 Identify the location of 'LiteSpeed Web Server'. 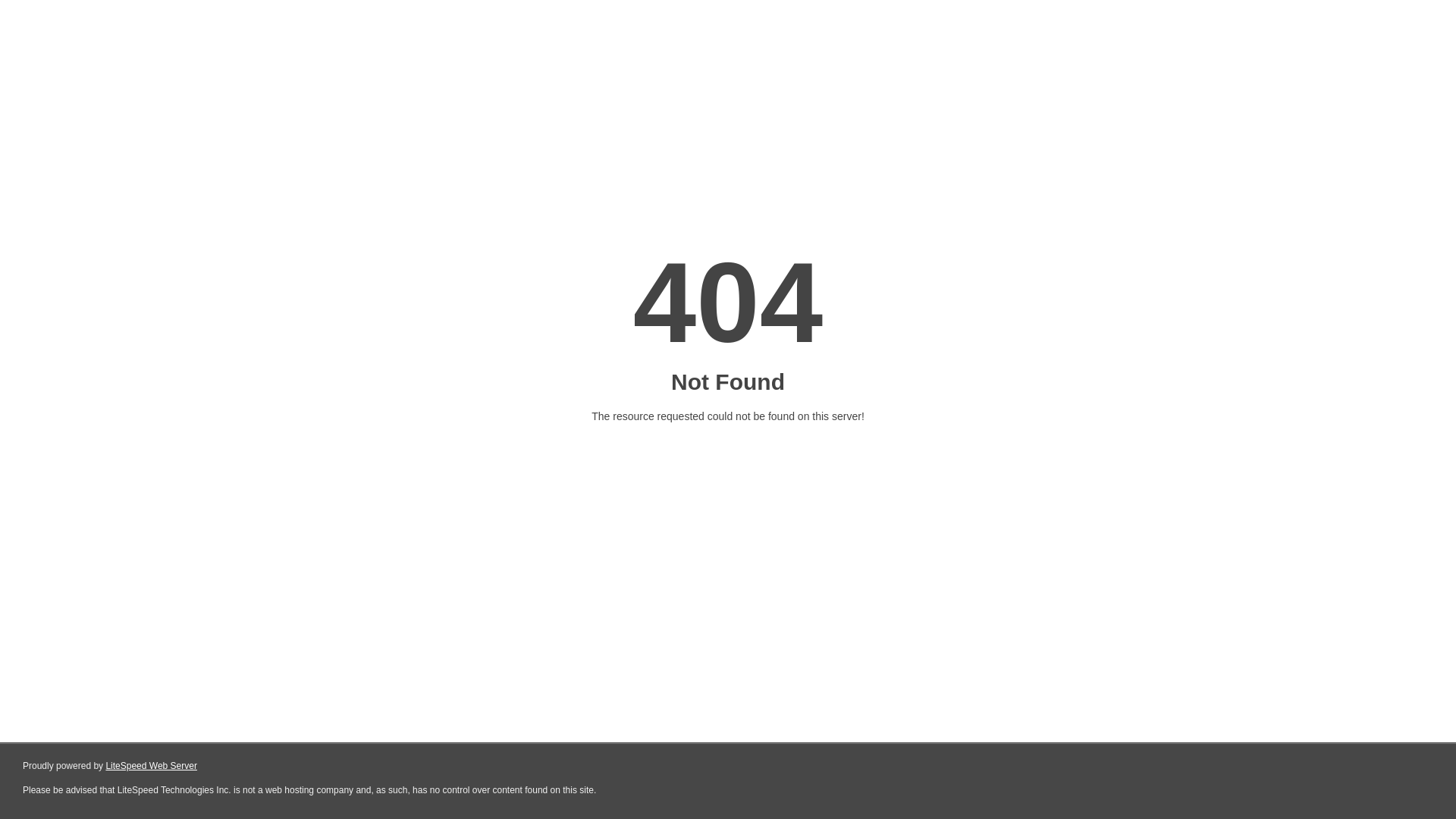
(151, 766).